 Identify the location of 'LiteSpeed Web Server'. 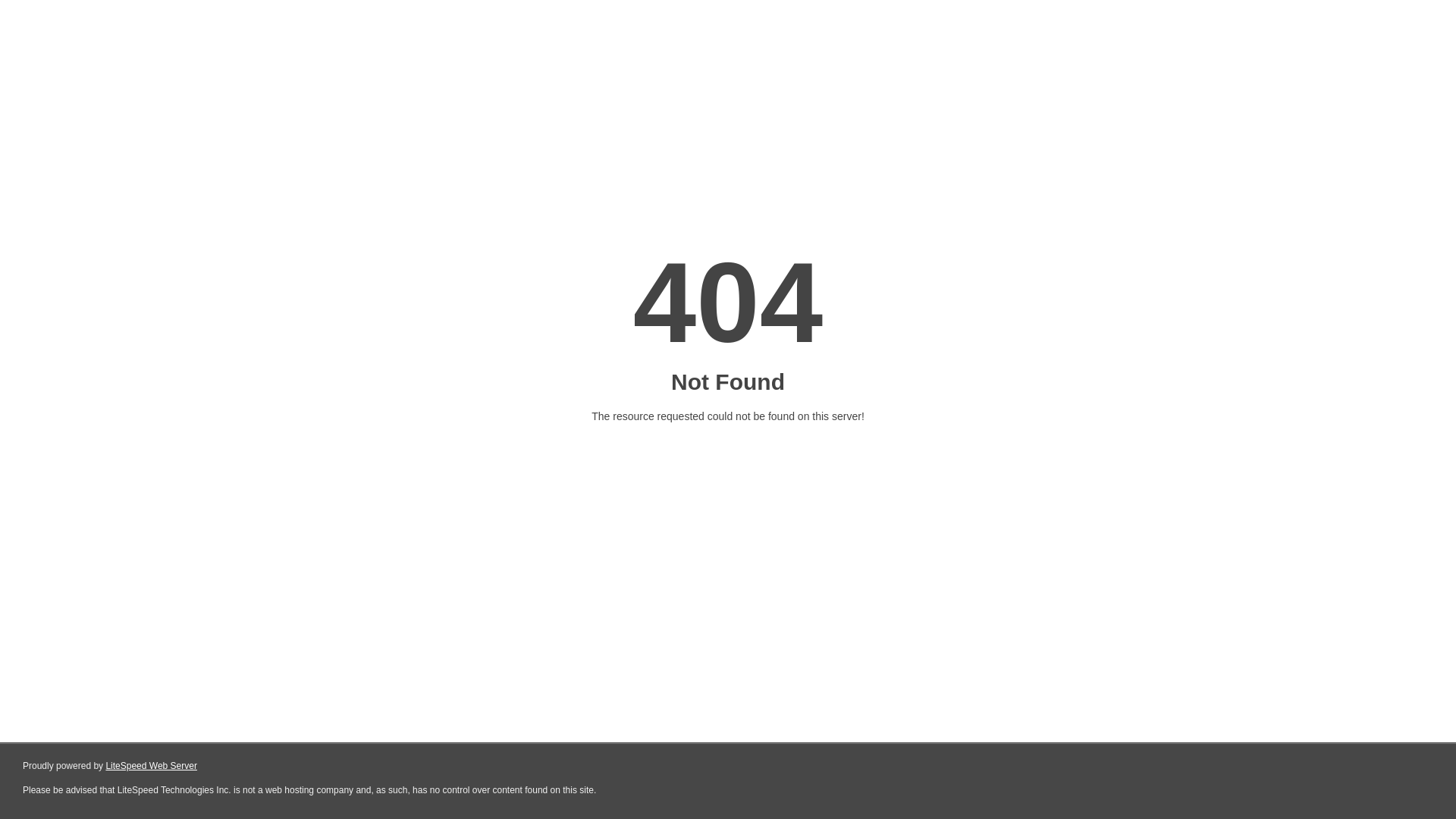
(151, 766).